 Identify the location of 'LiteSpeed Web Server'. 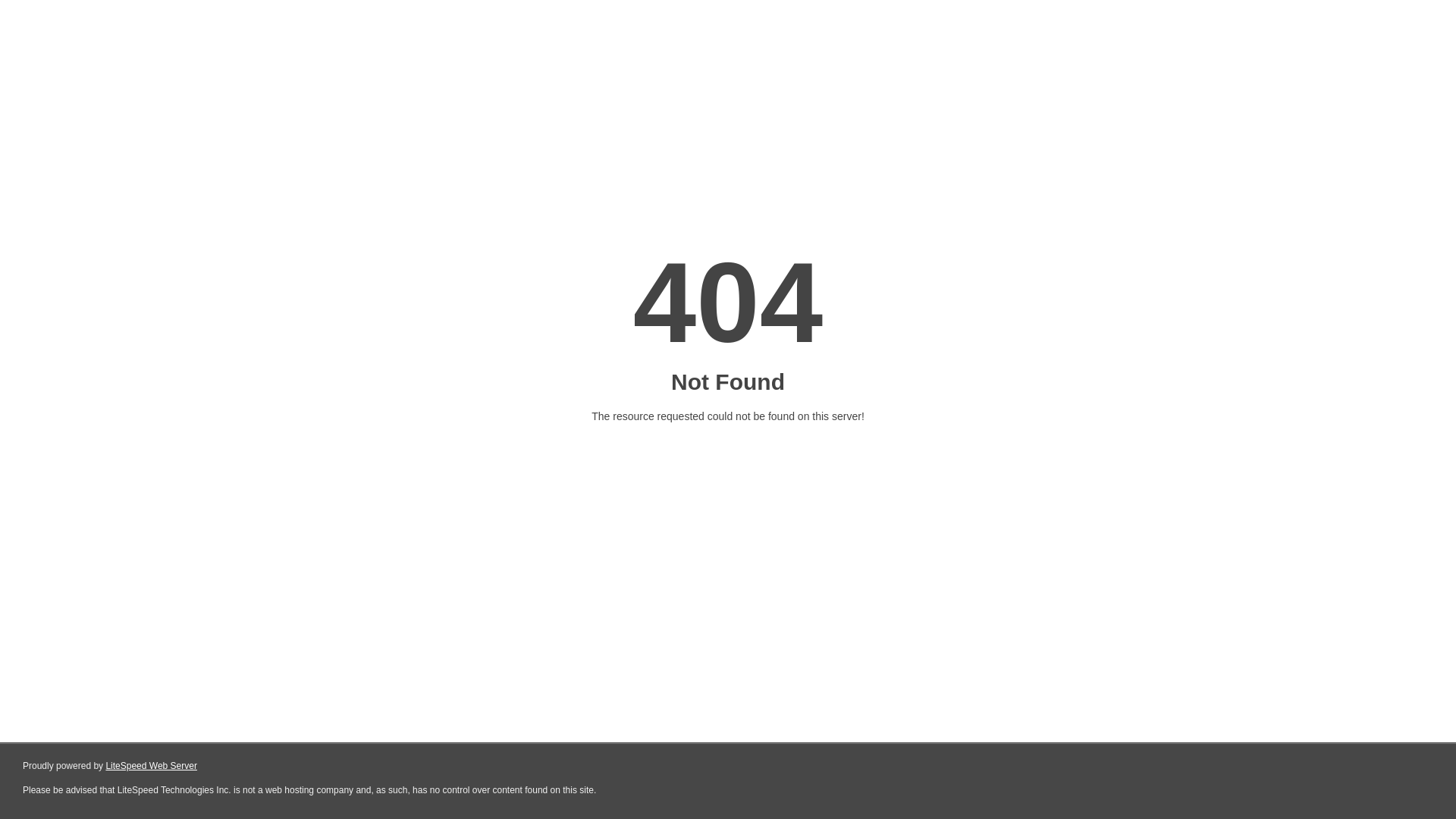
(151, 766).